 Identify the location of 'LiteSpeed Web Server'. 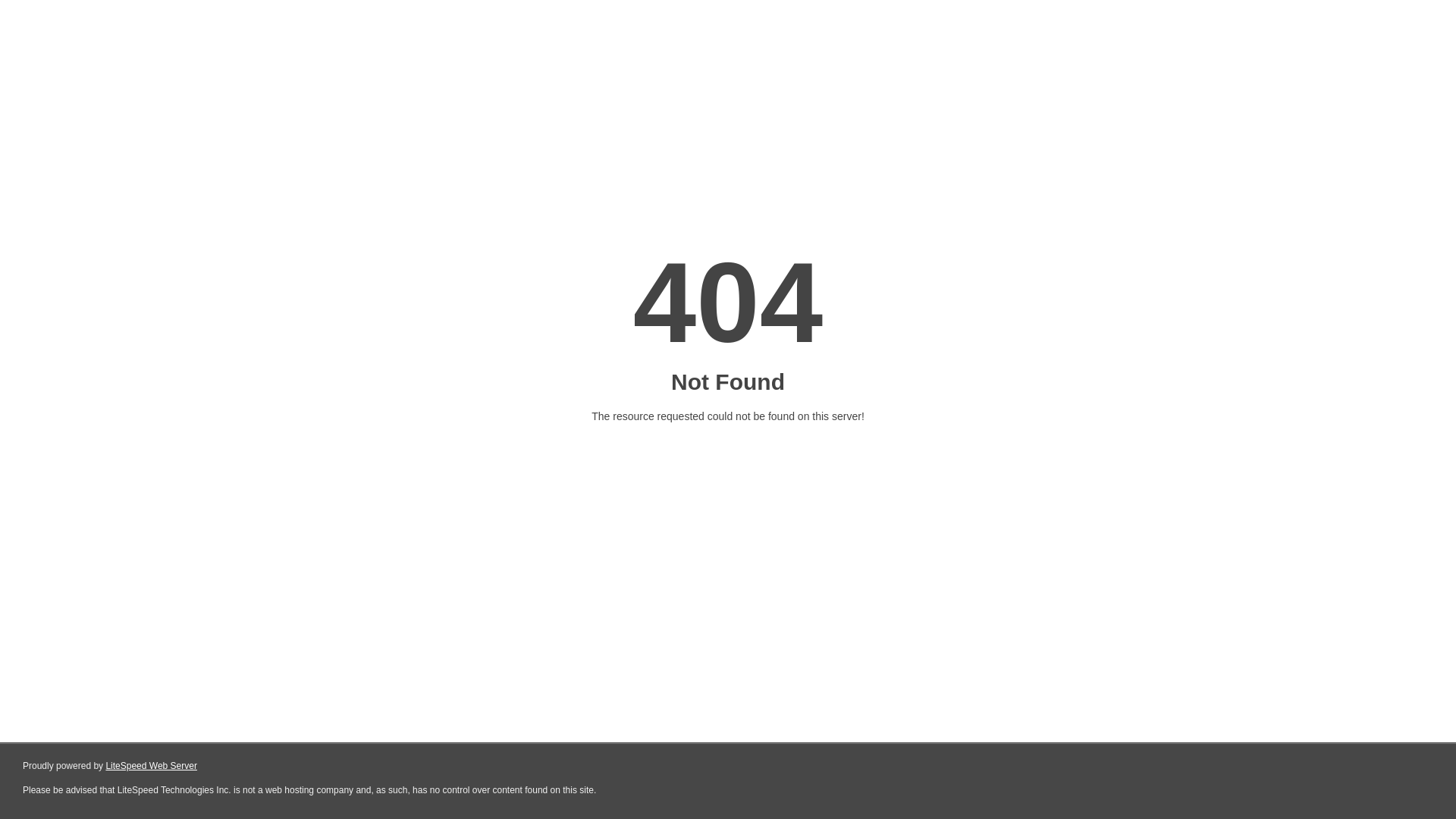
(151, 766).